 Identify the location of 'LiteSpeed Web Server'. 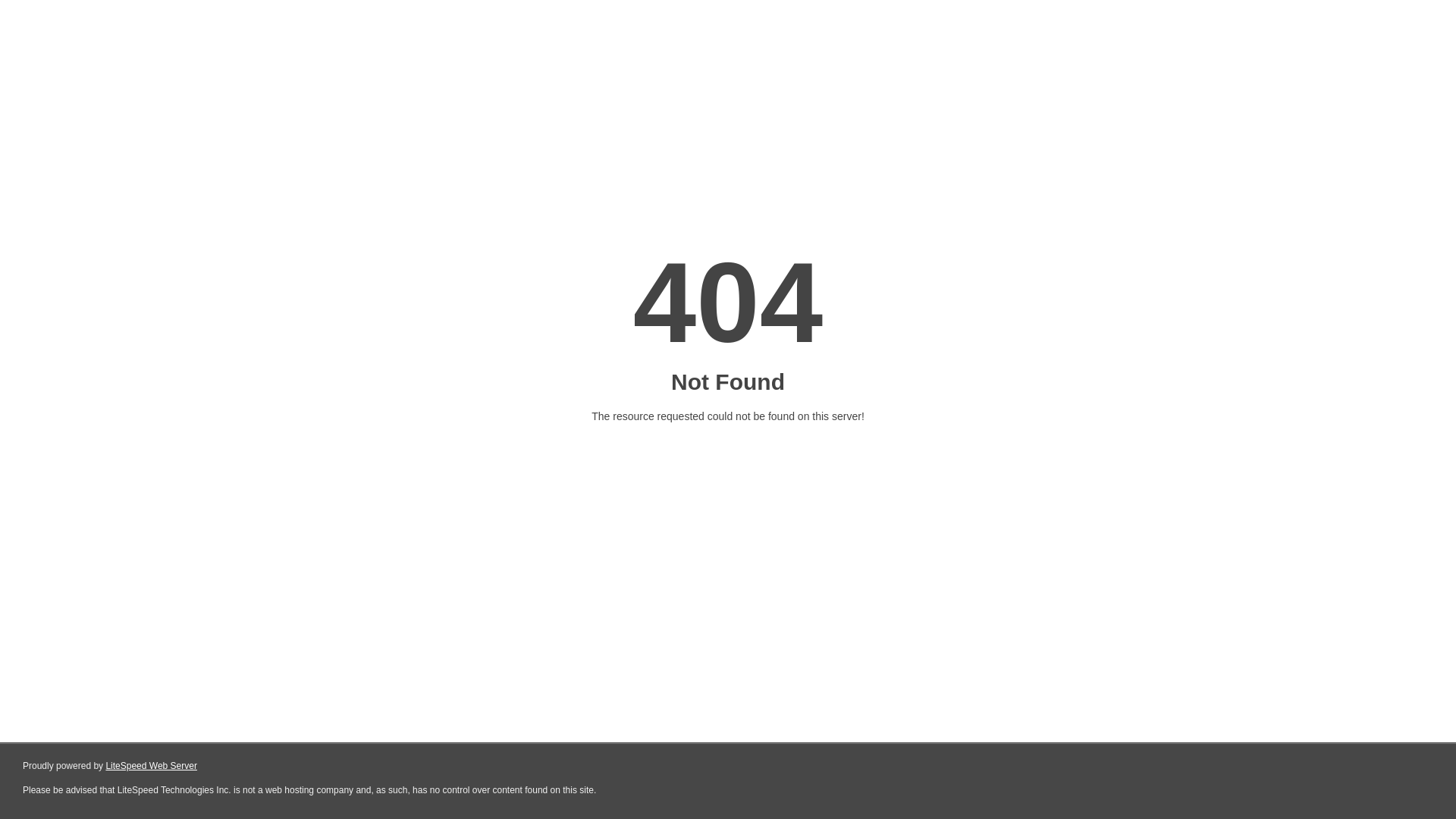
(151, 766).